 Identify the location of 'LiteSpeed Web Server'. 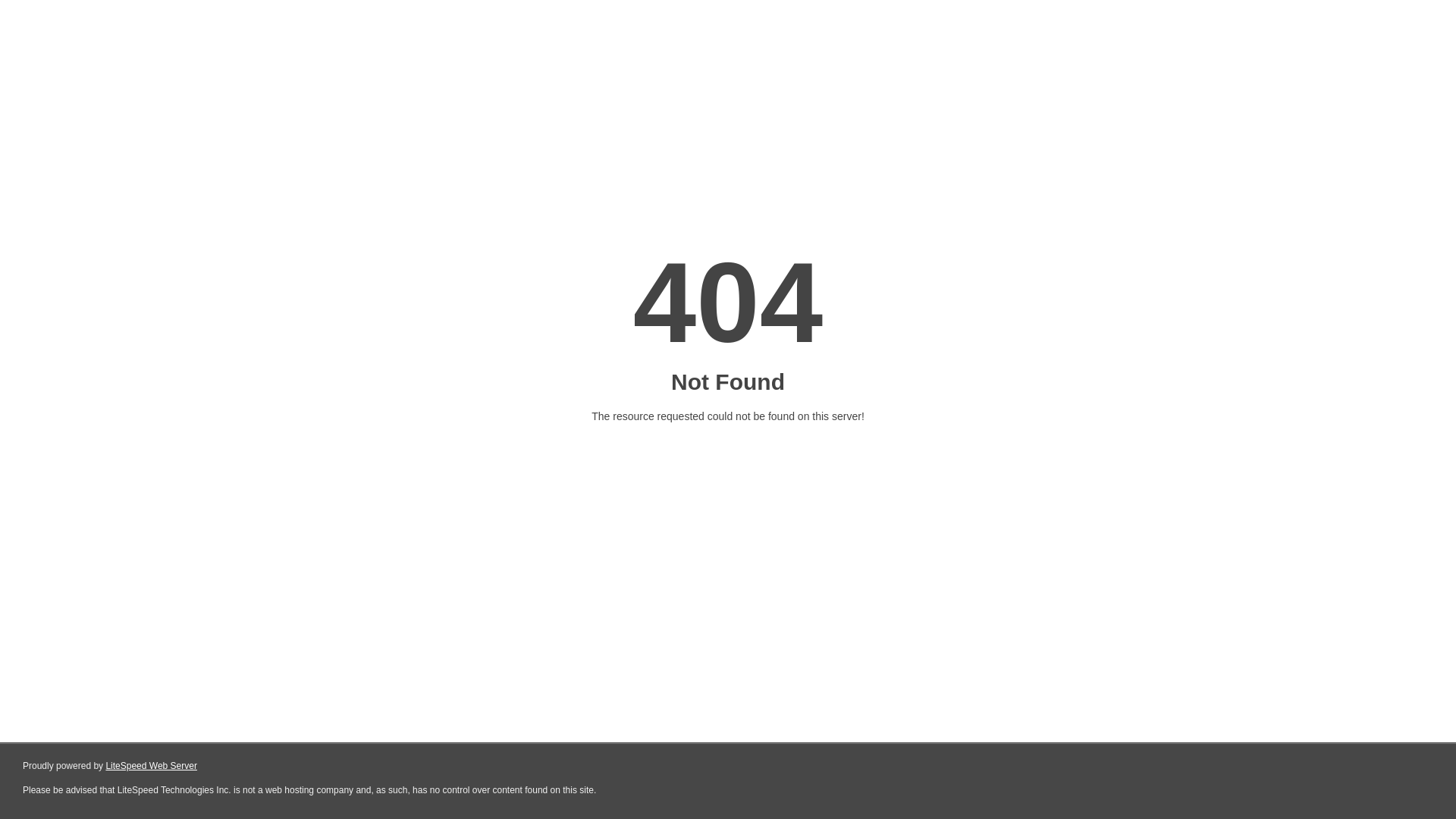
(151, 766).